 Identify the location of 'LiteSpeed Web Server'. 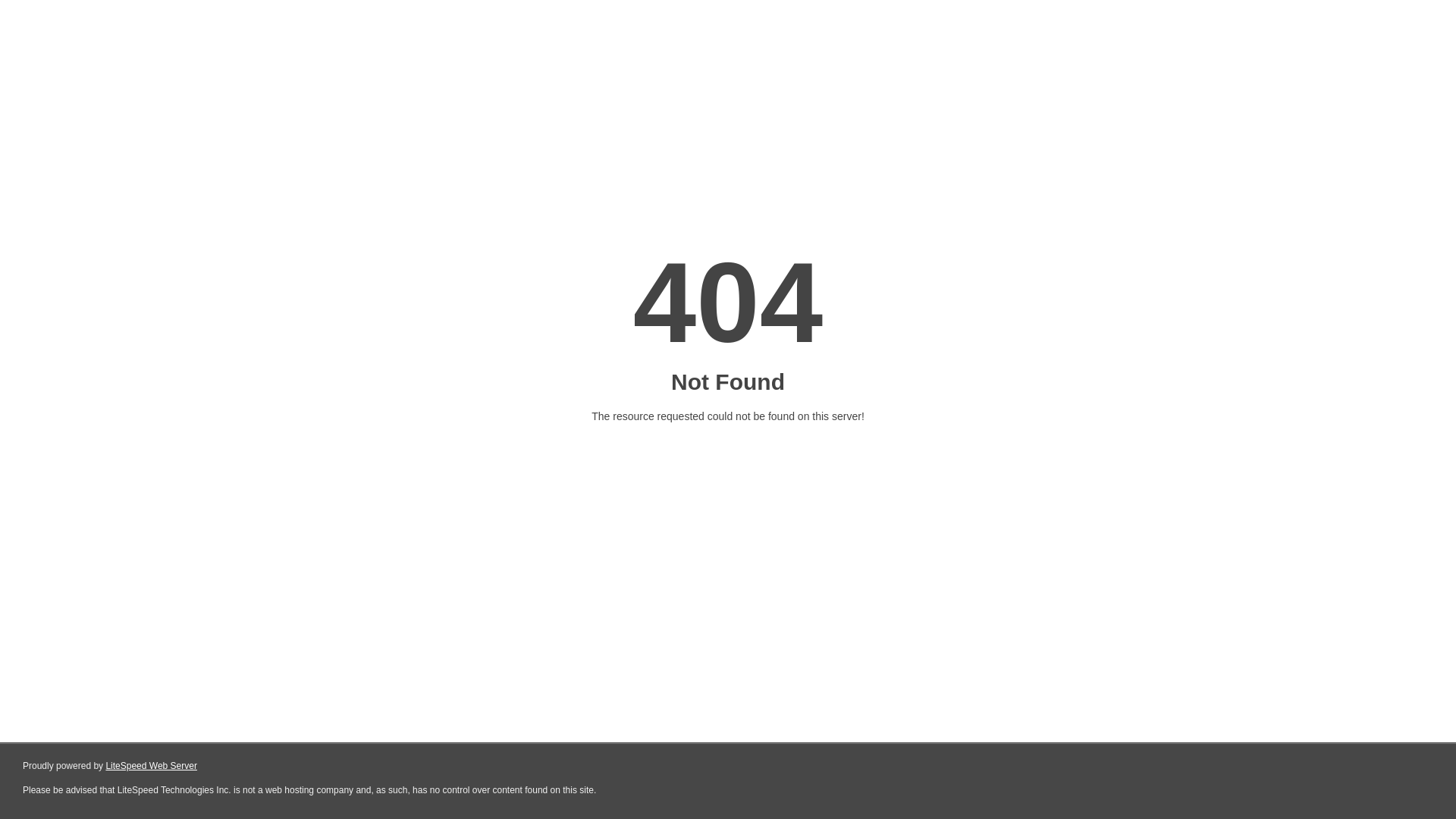
(151, 766).